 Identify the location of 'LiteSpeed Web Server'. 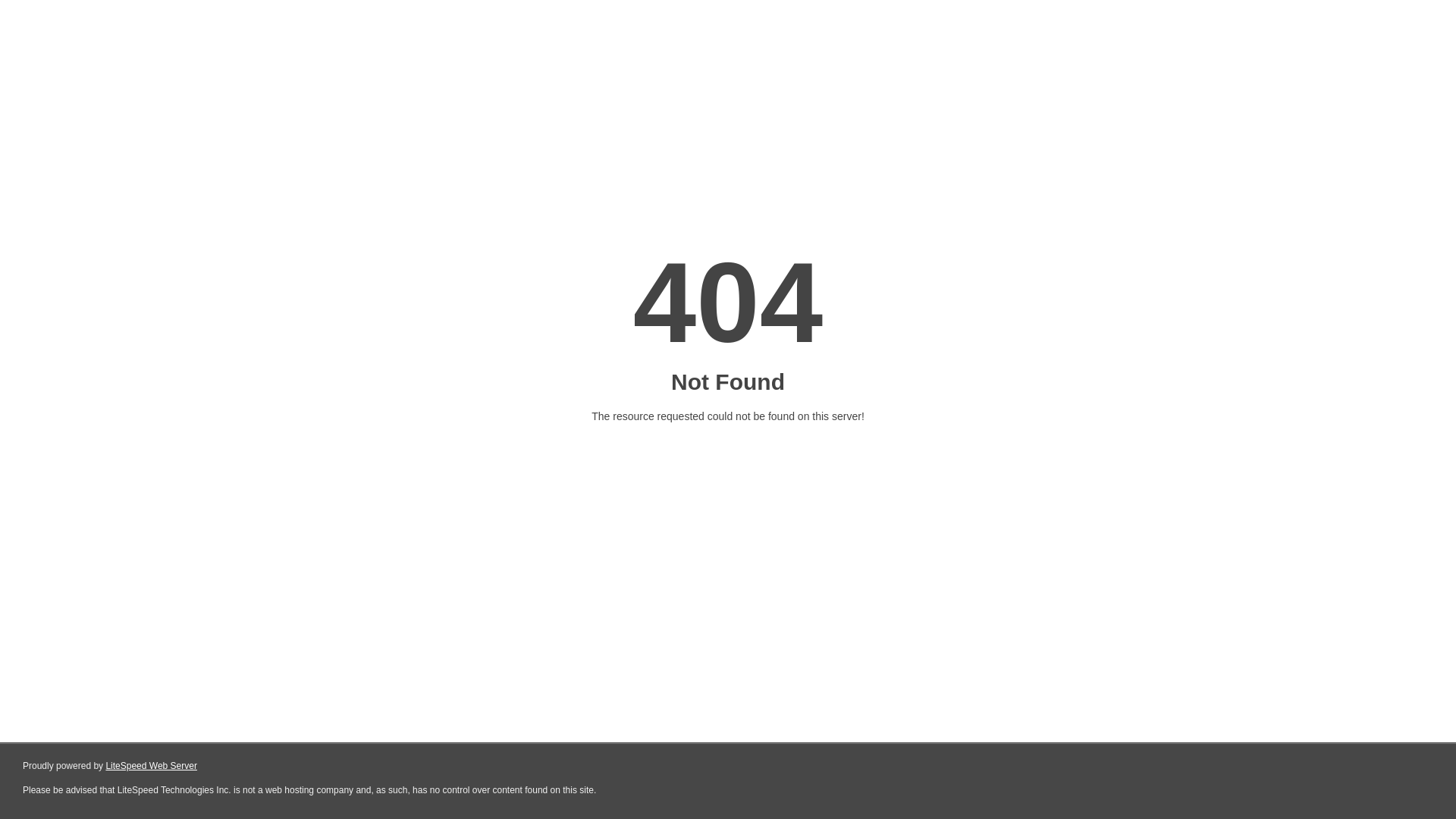
(151, 766).